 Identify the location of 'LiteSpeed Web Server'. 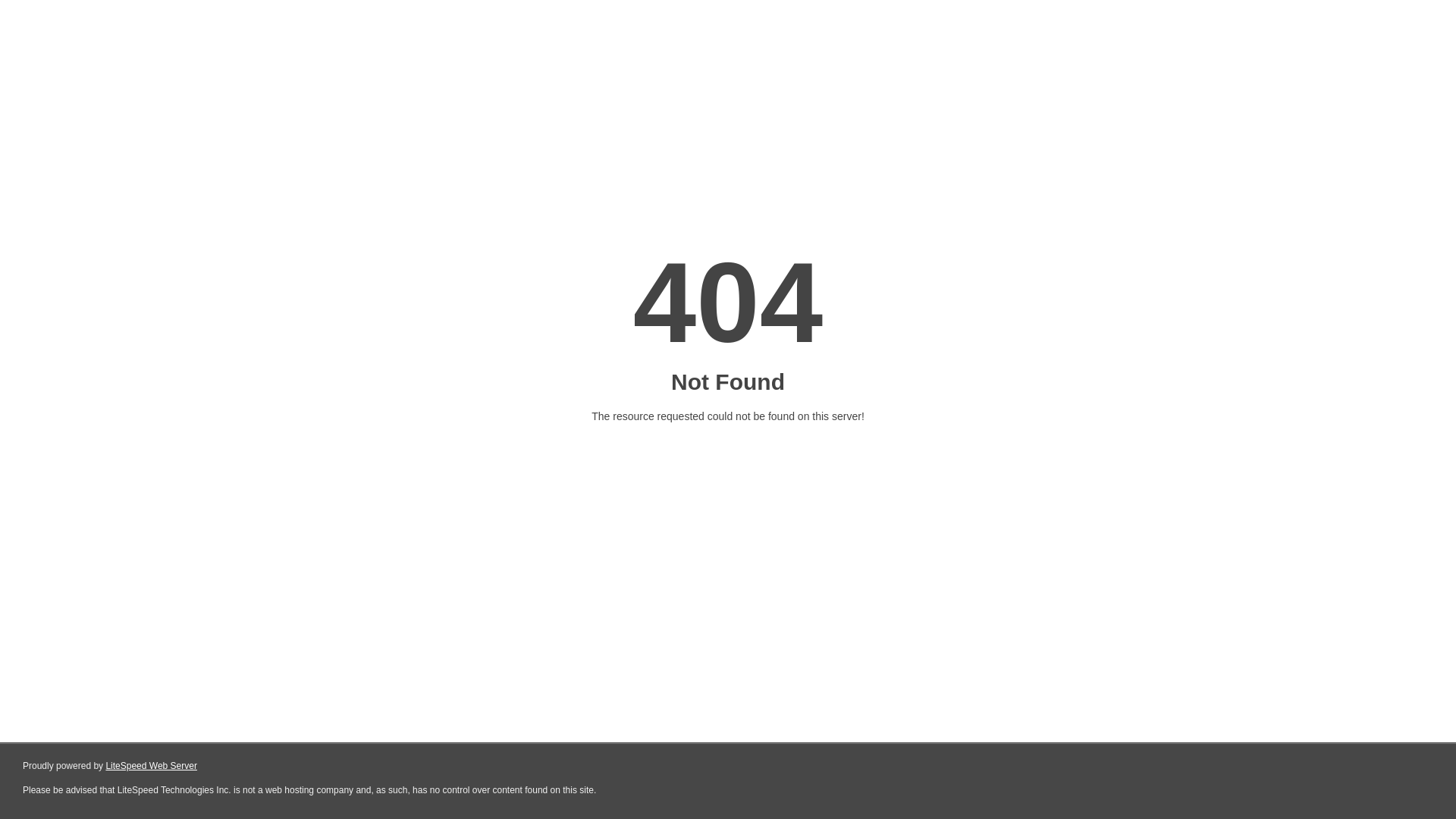
(151, 766).